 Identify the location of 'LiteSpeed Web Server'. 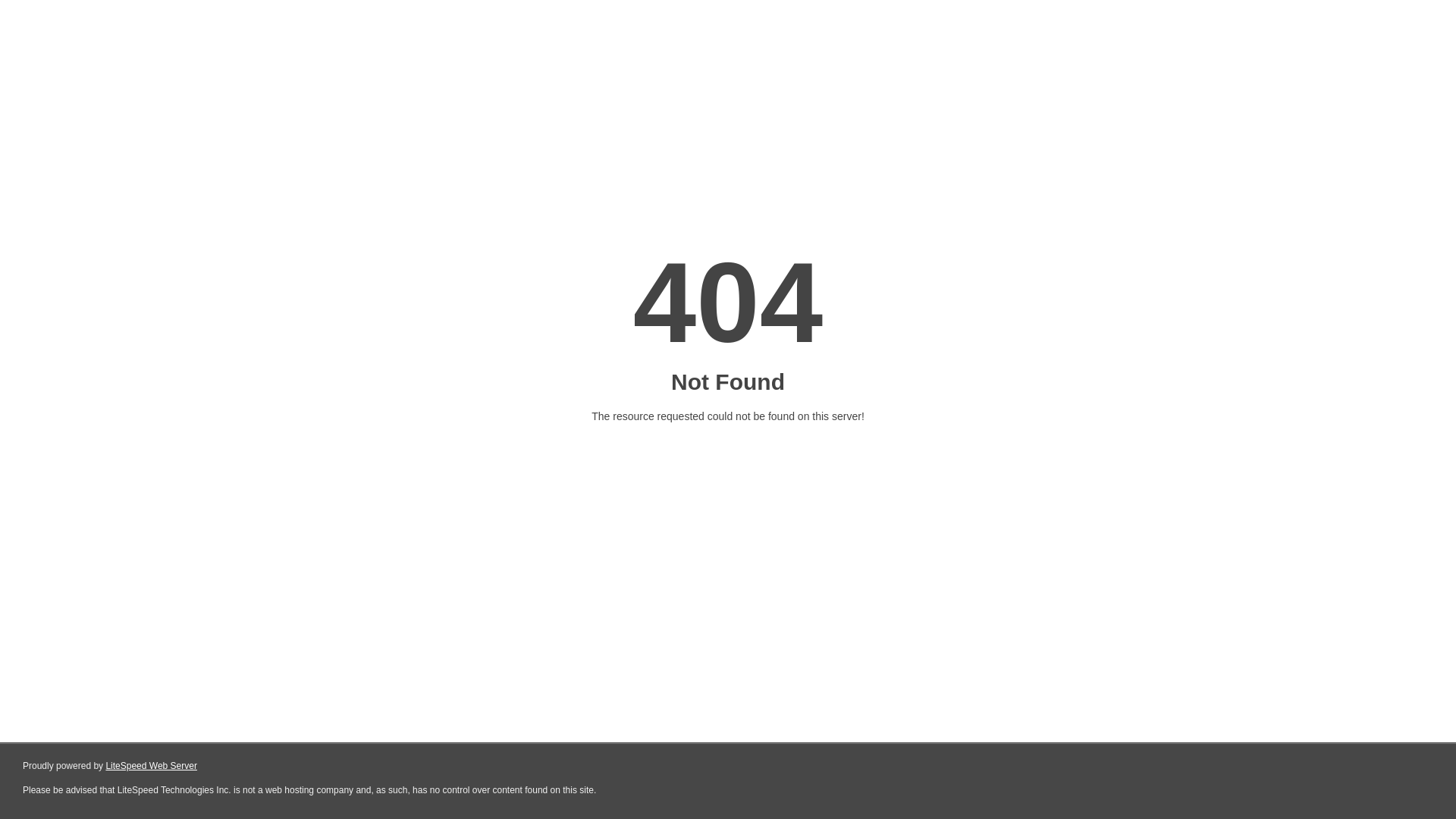
(151, 766).